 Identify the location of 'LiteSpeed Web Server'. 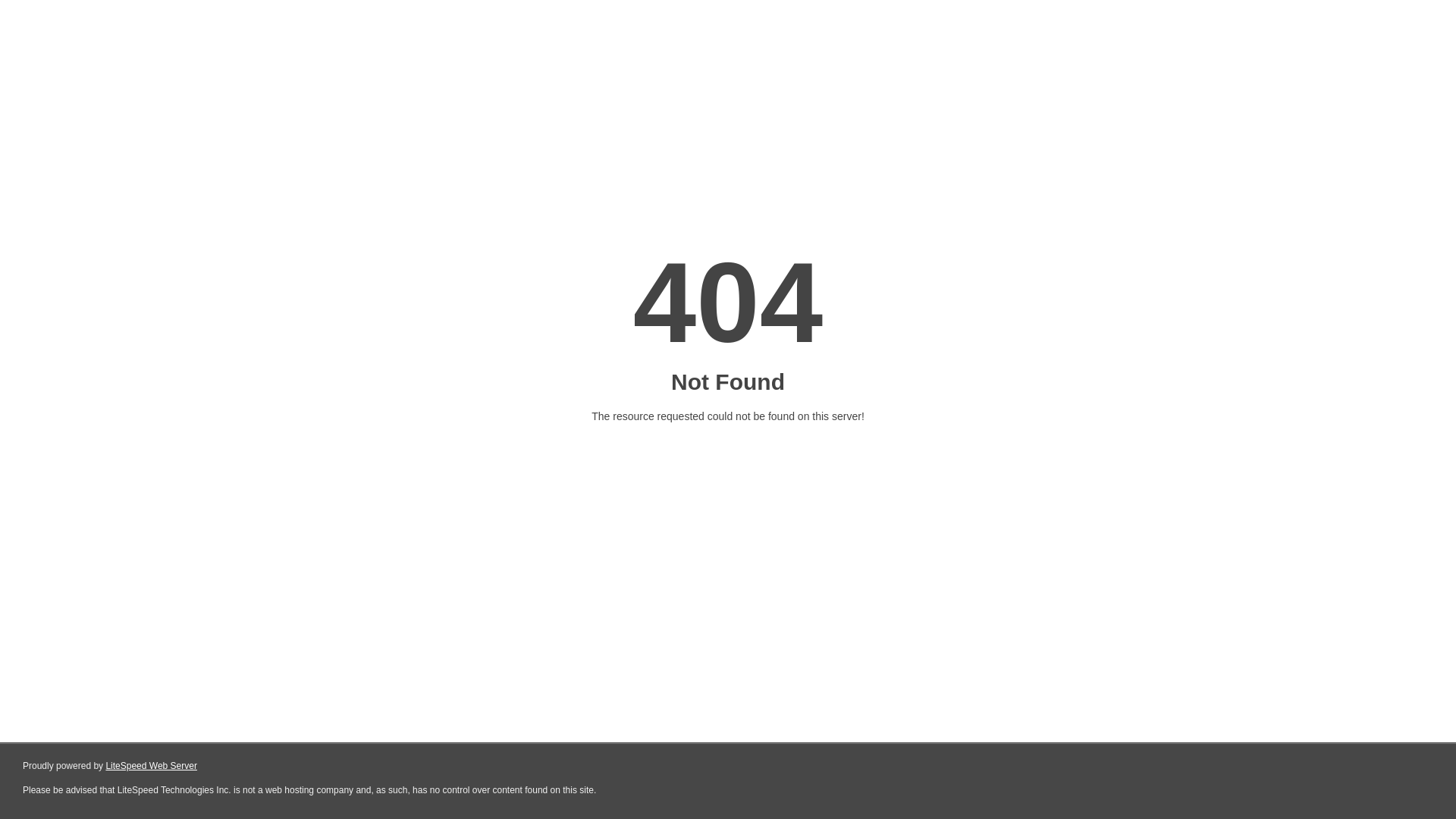
(151, 766).